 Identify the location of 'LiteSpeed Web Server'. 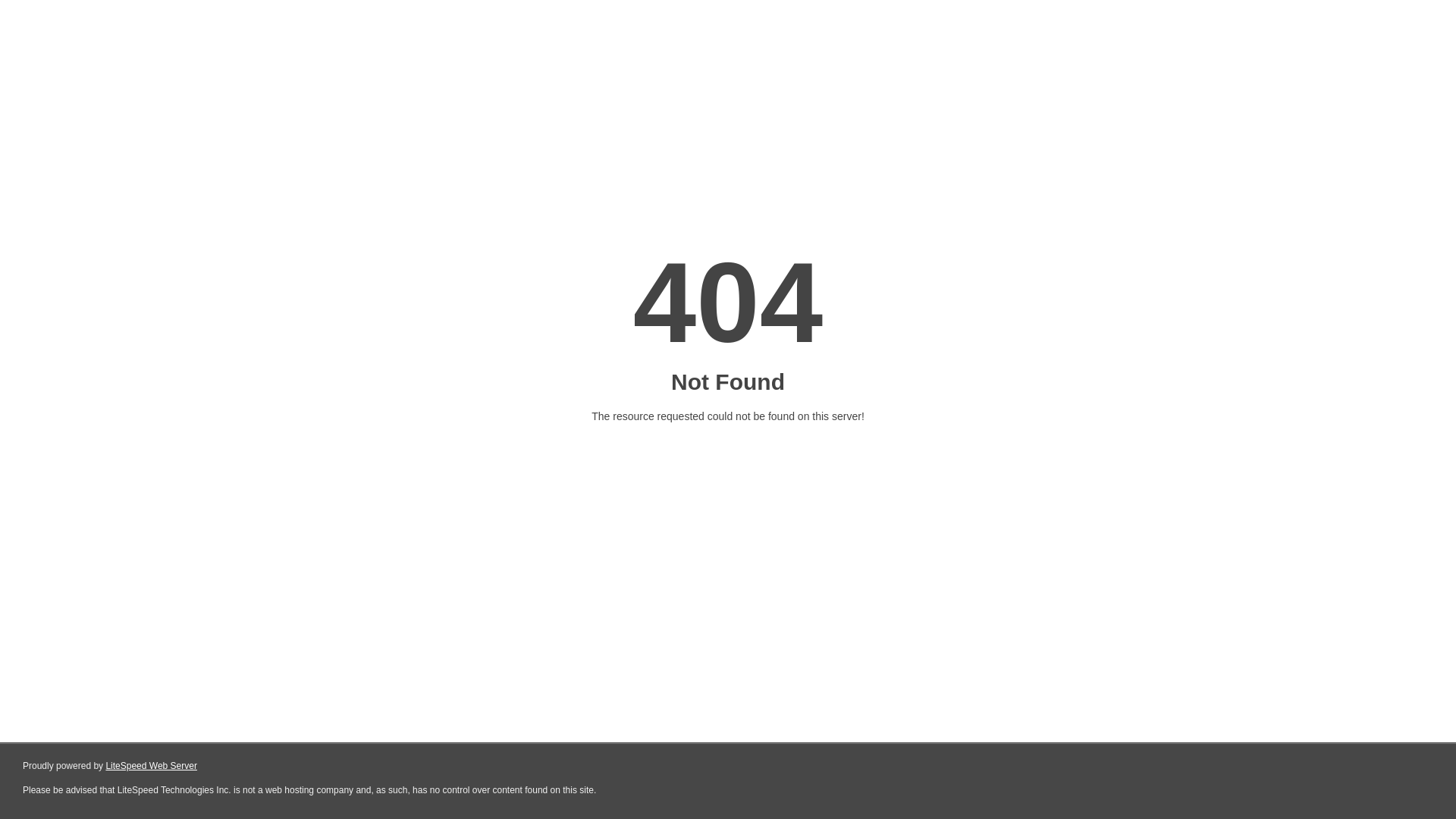
(151, 766).